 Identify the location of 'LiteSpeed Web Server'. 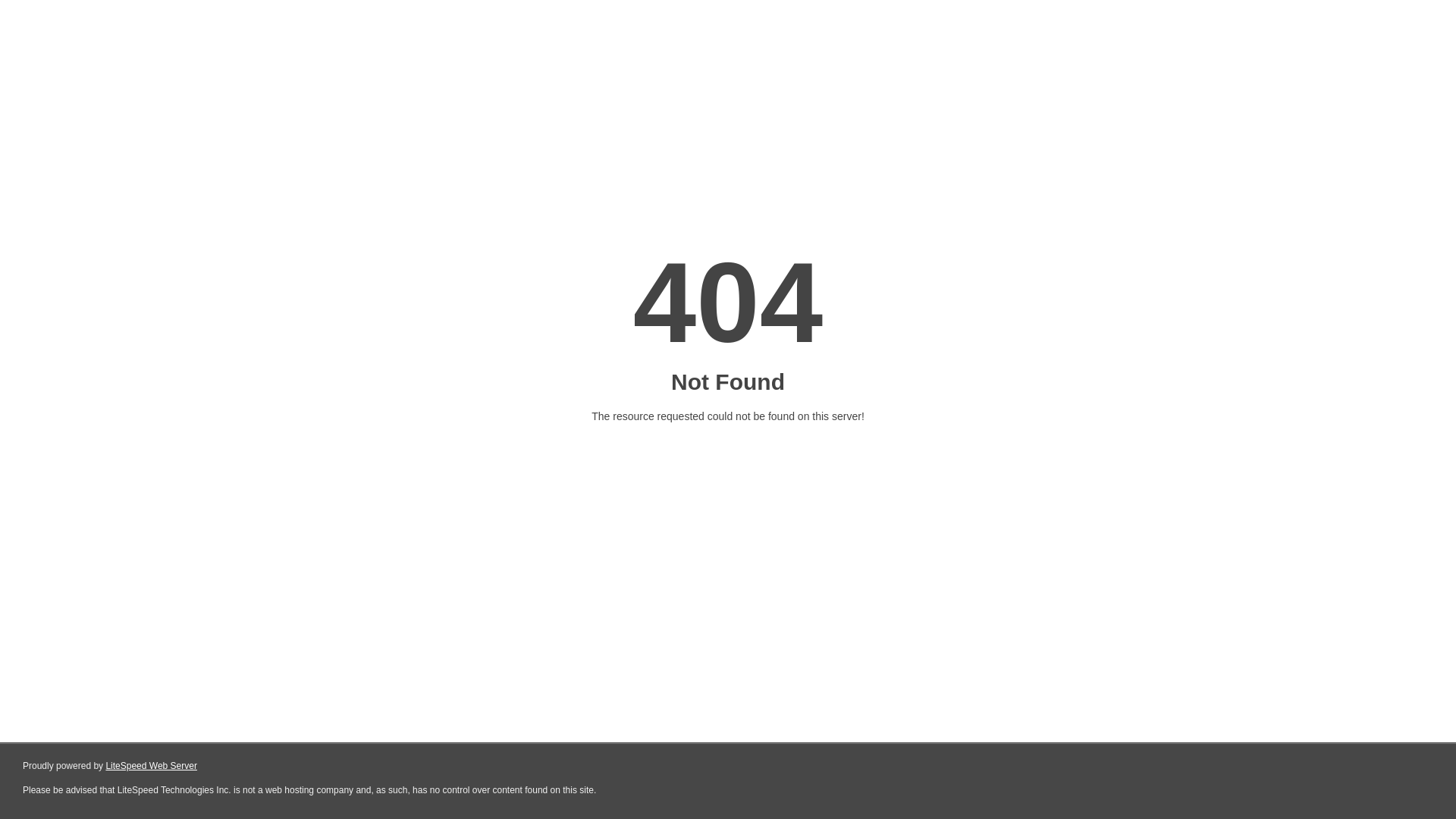
(151, 766).